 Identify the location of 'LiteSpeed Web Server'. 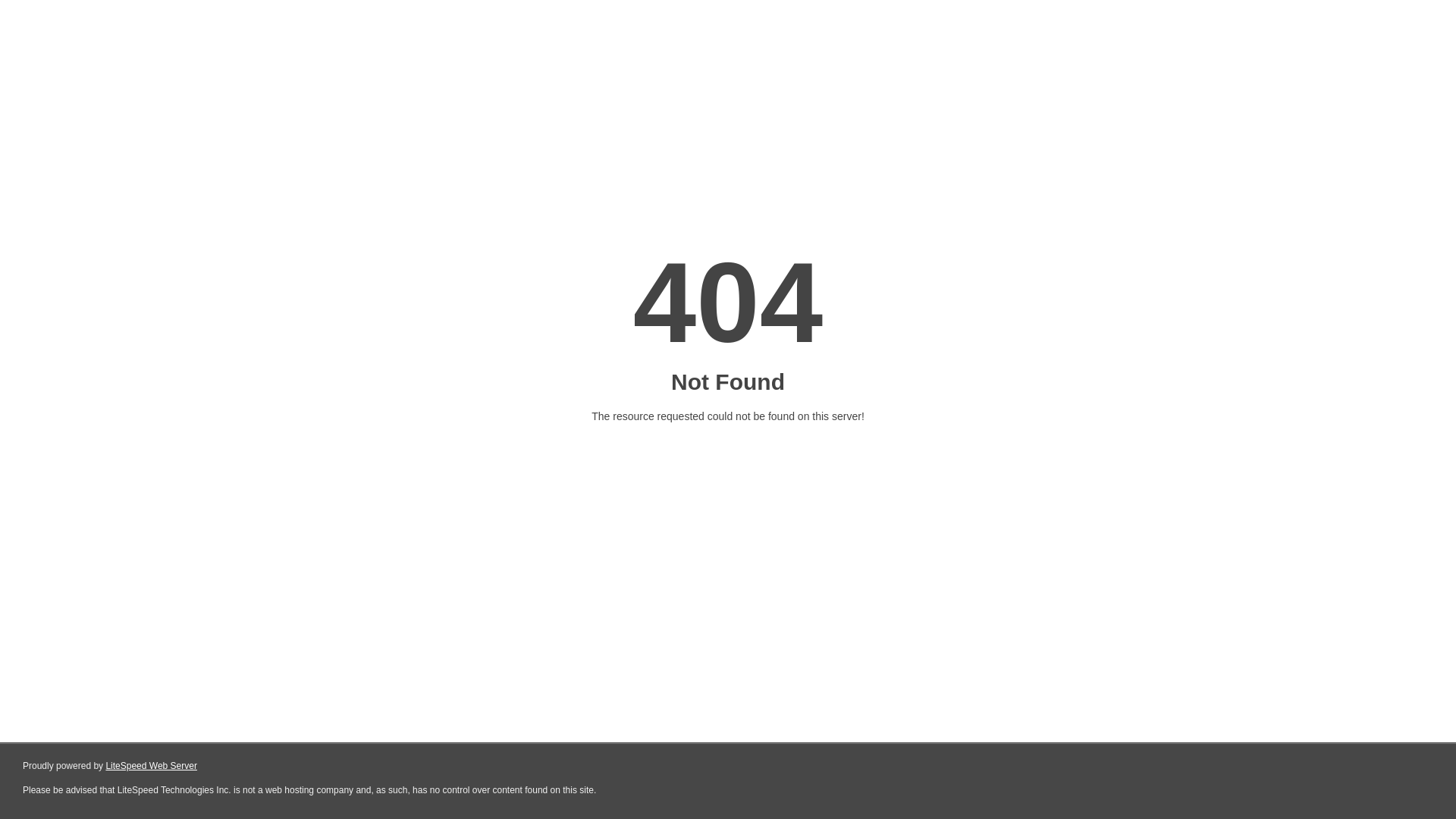
(151, 766).